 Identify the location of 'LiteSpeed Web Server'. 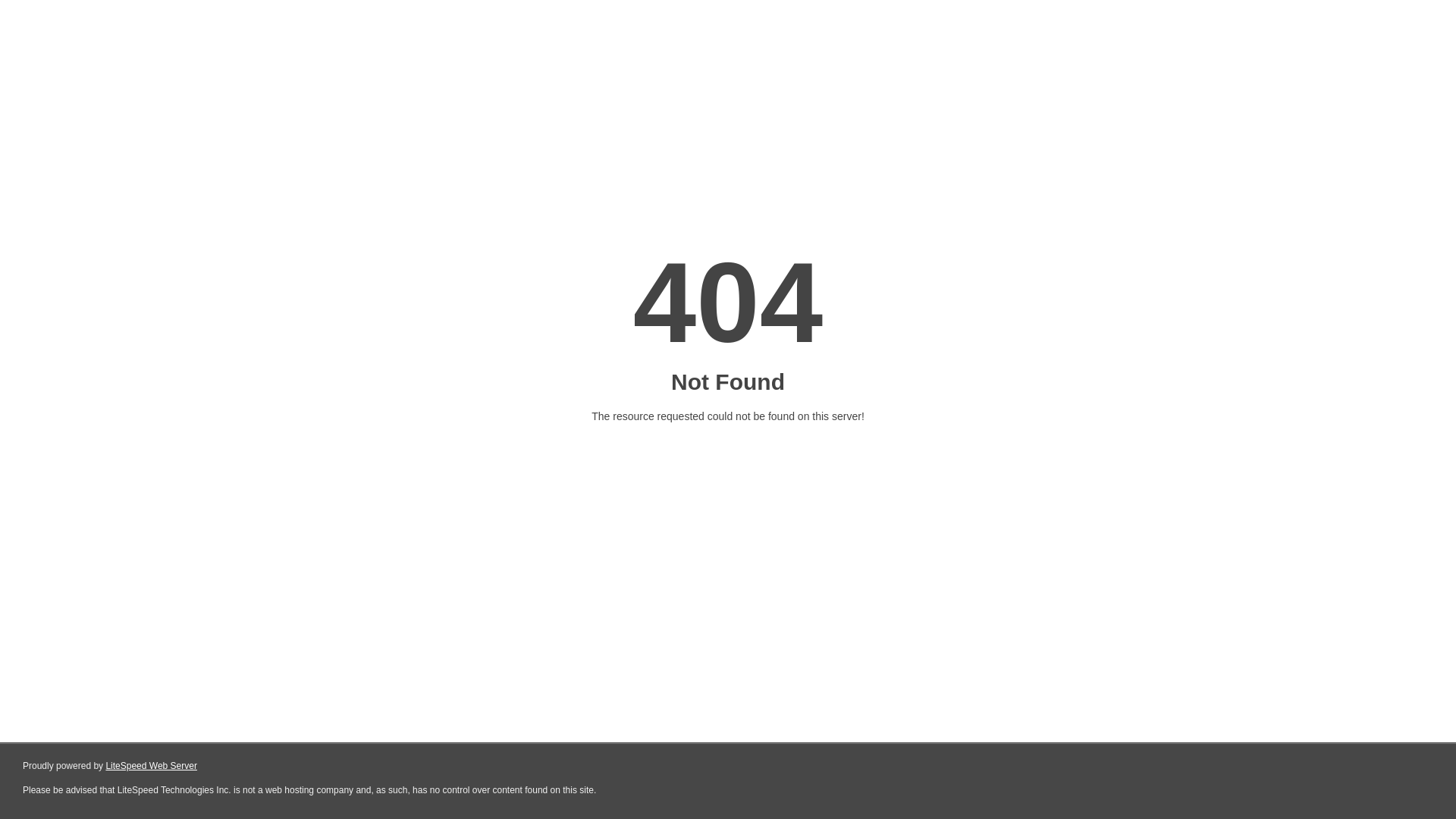
(151, 766).